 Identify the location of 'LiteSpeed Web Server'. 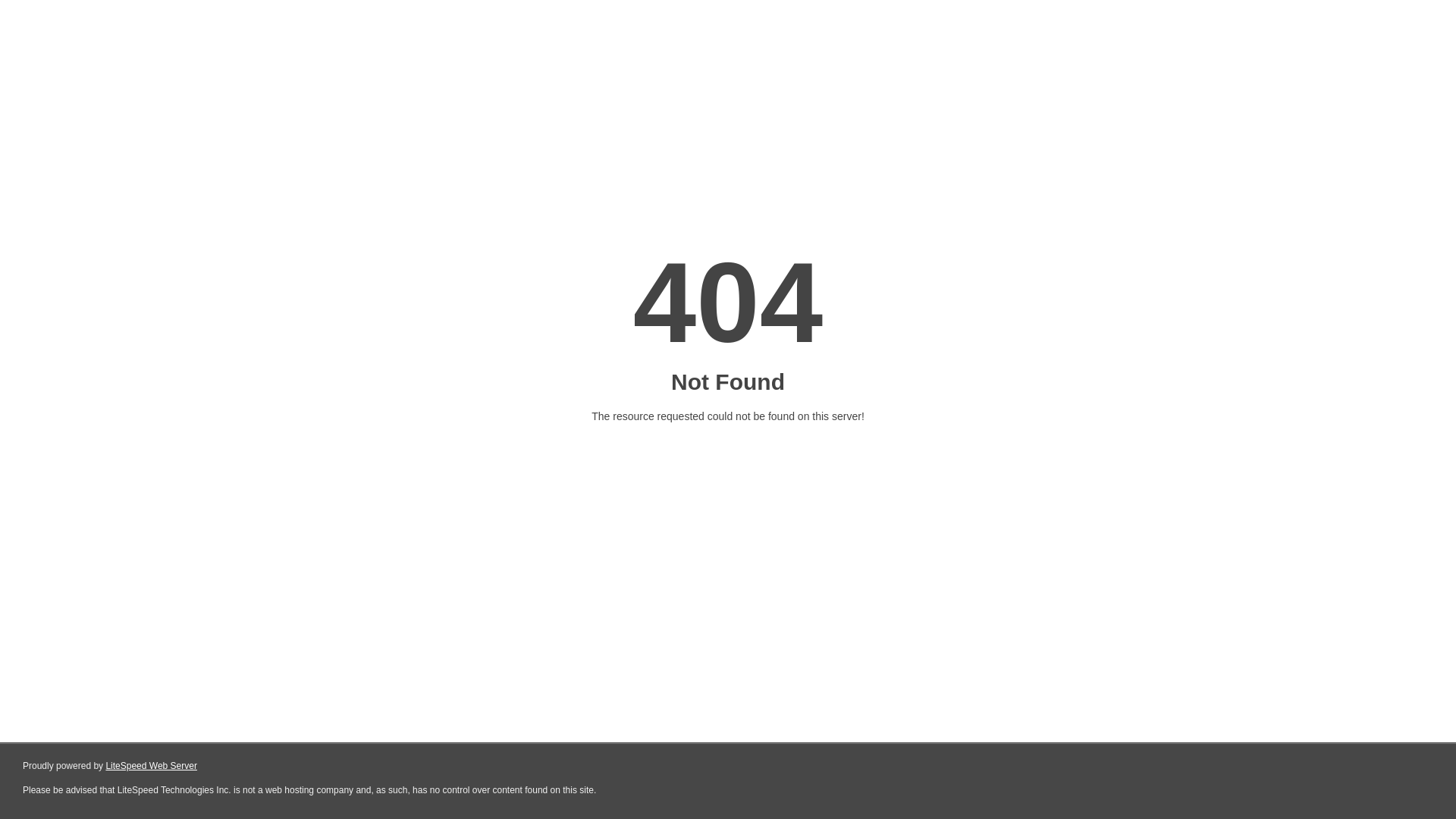
(151, 766).